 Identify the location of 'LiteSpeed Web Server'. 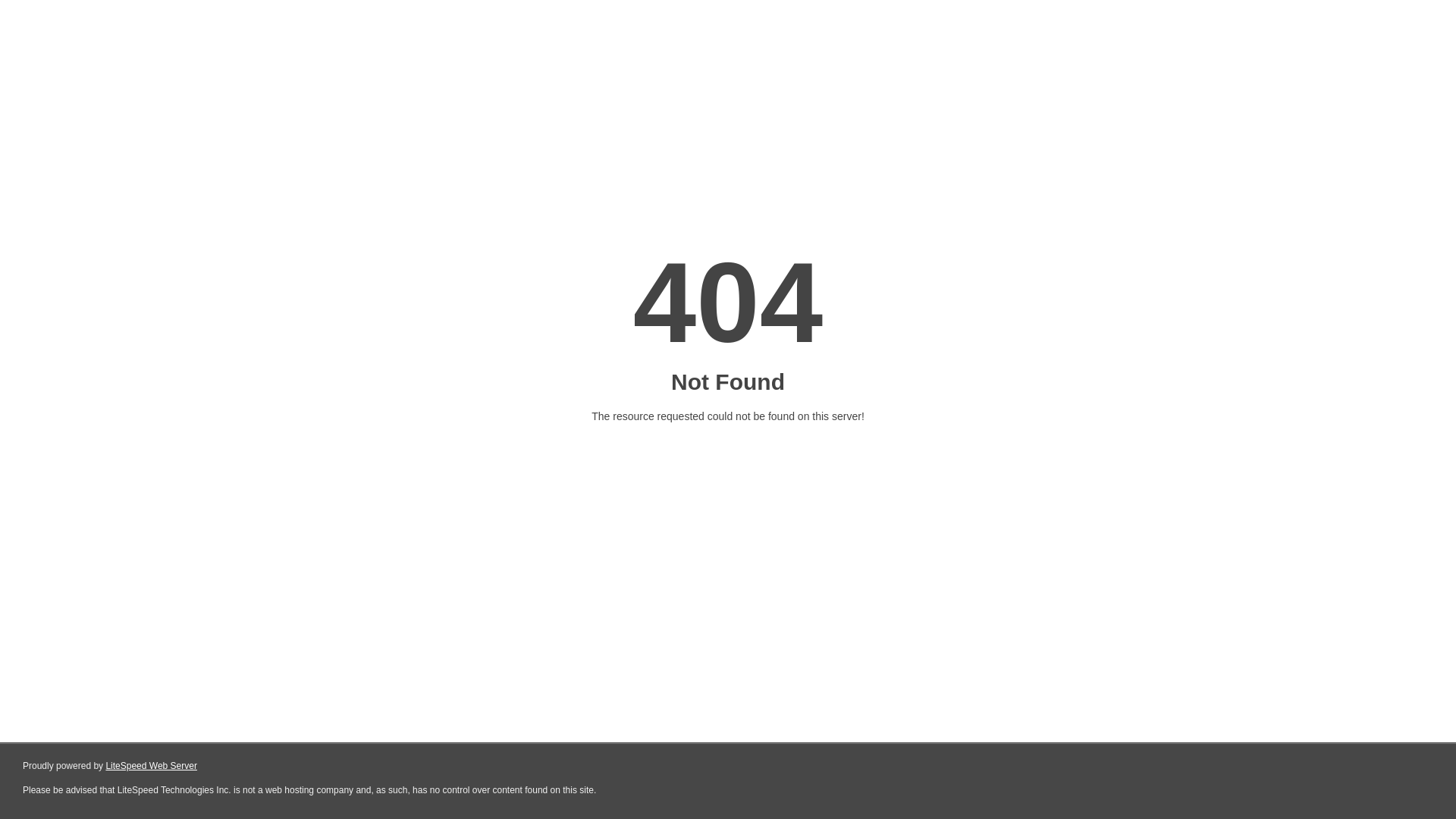
(151, 766).